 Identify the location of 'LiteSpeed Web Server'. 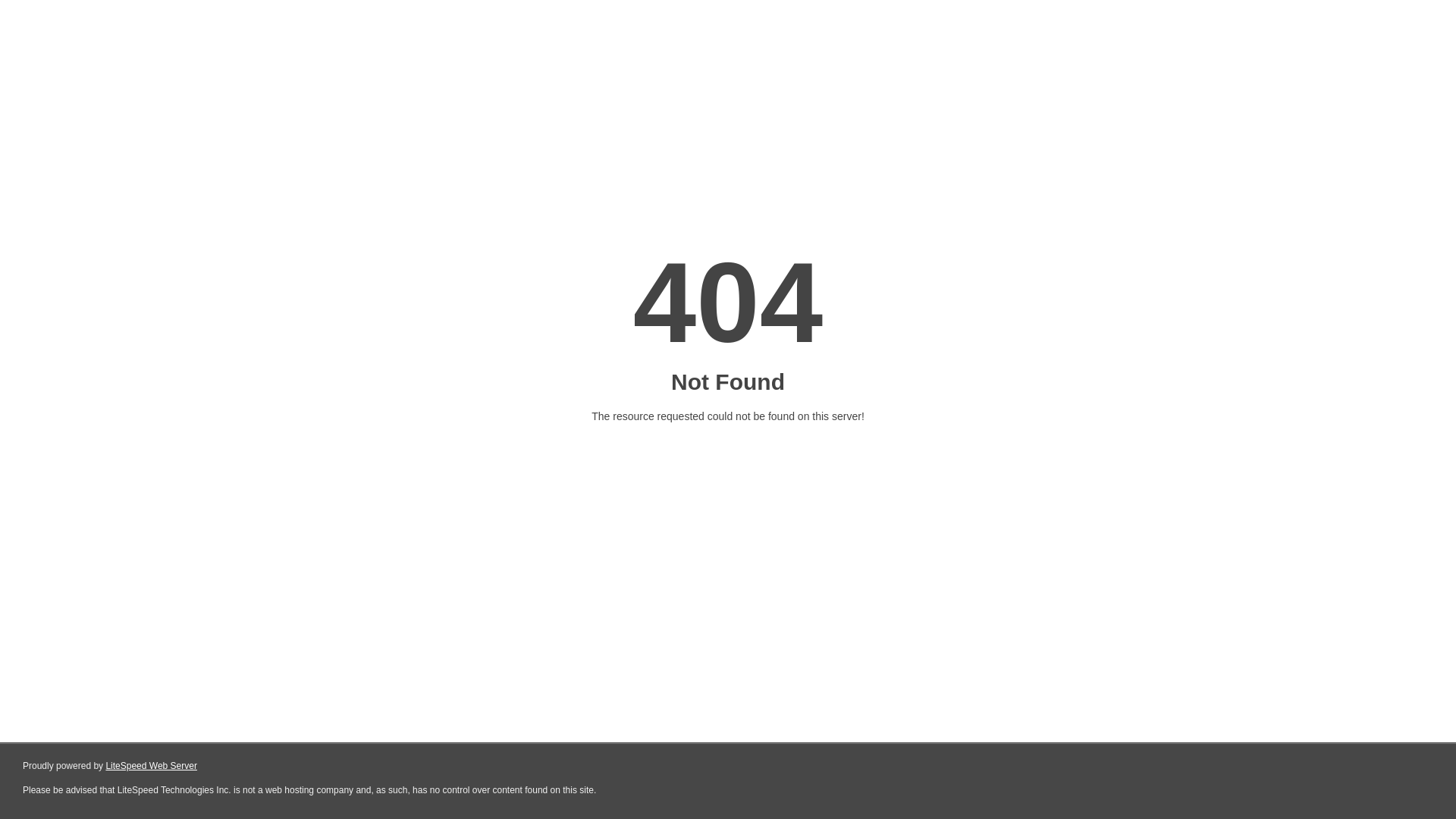
(151, 766).